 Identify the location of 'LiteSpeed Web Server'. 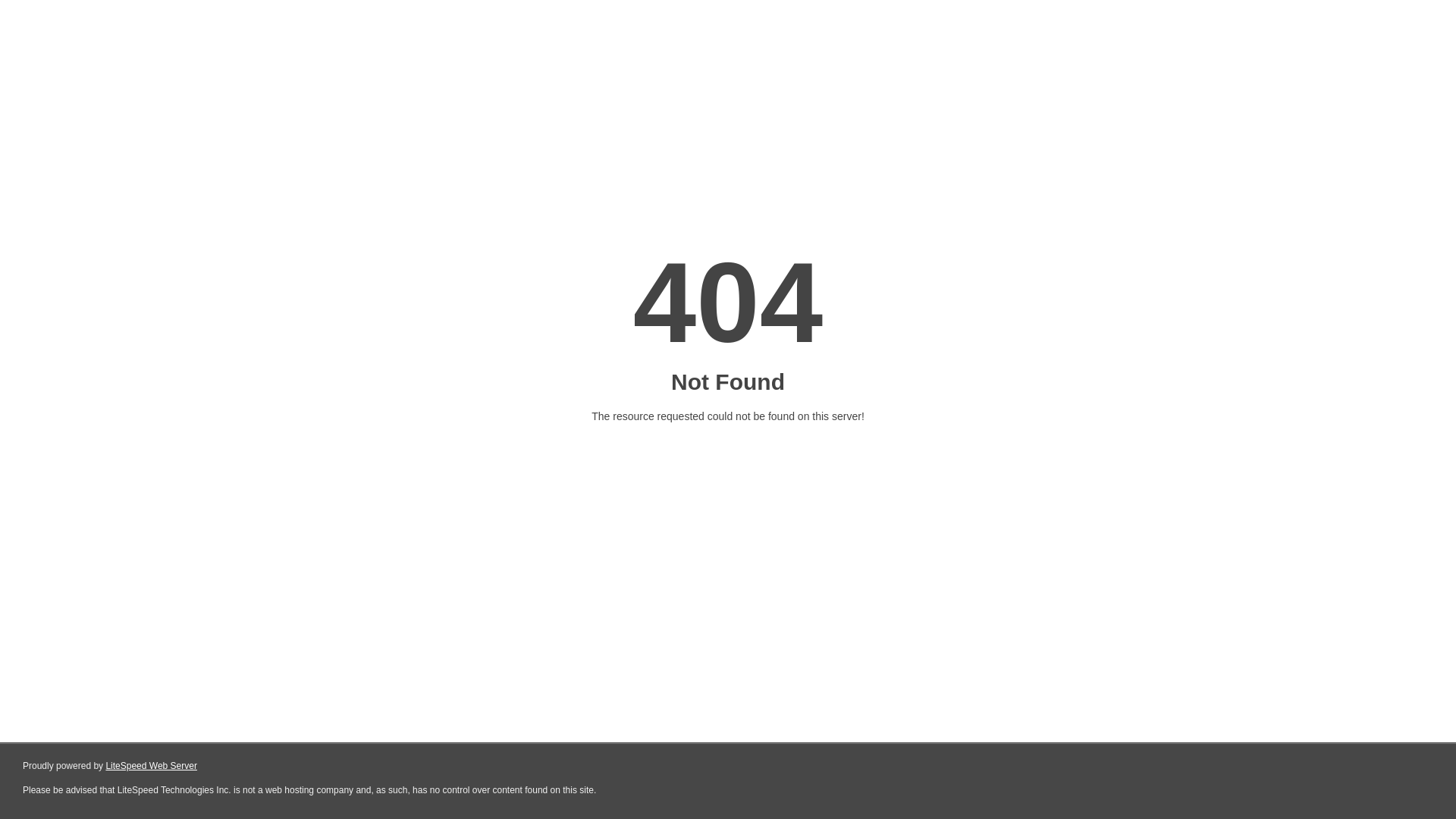
(151, 766).